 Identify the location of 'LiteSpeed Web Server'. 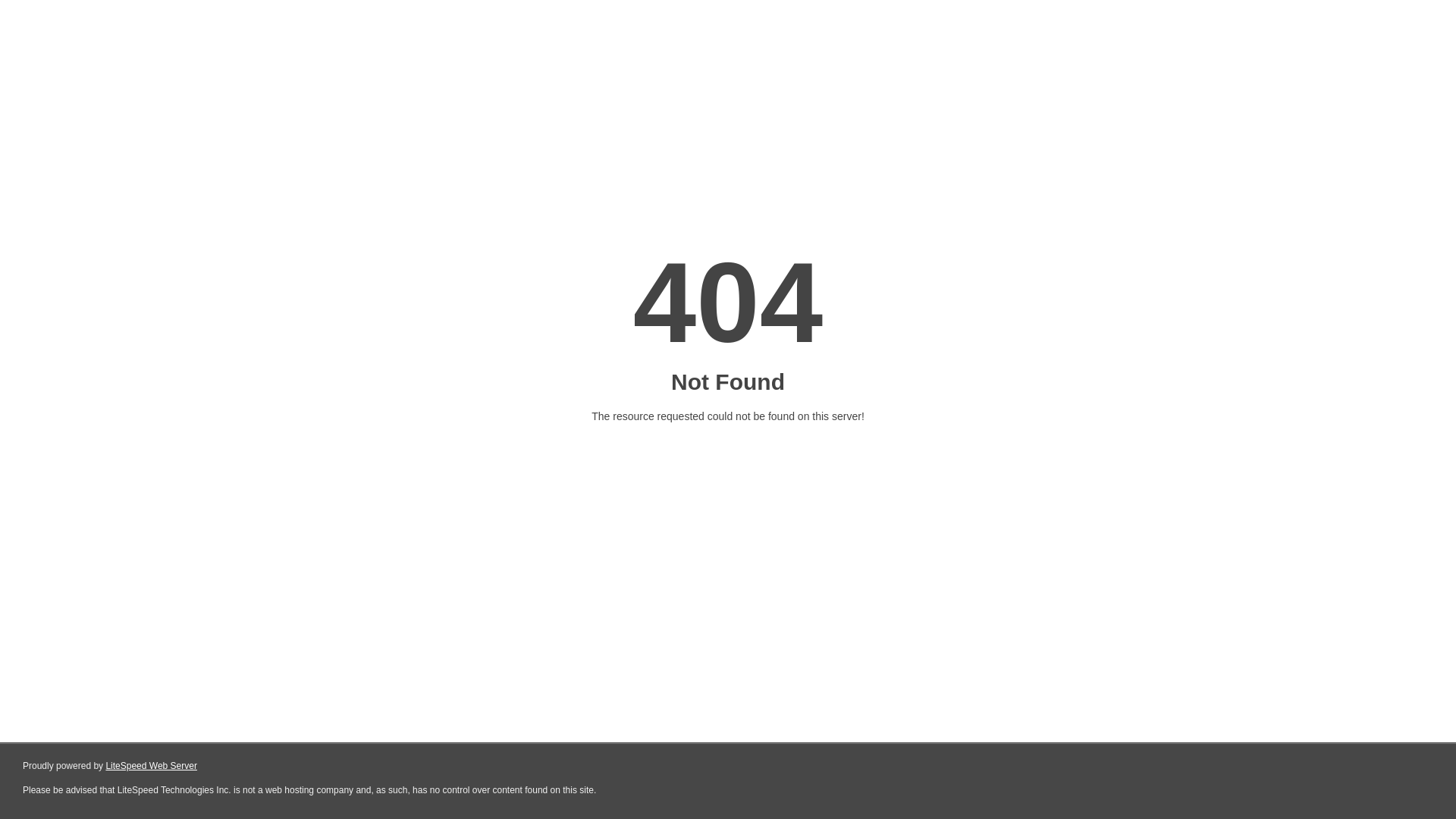
(151, 766).